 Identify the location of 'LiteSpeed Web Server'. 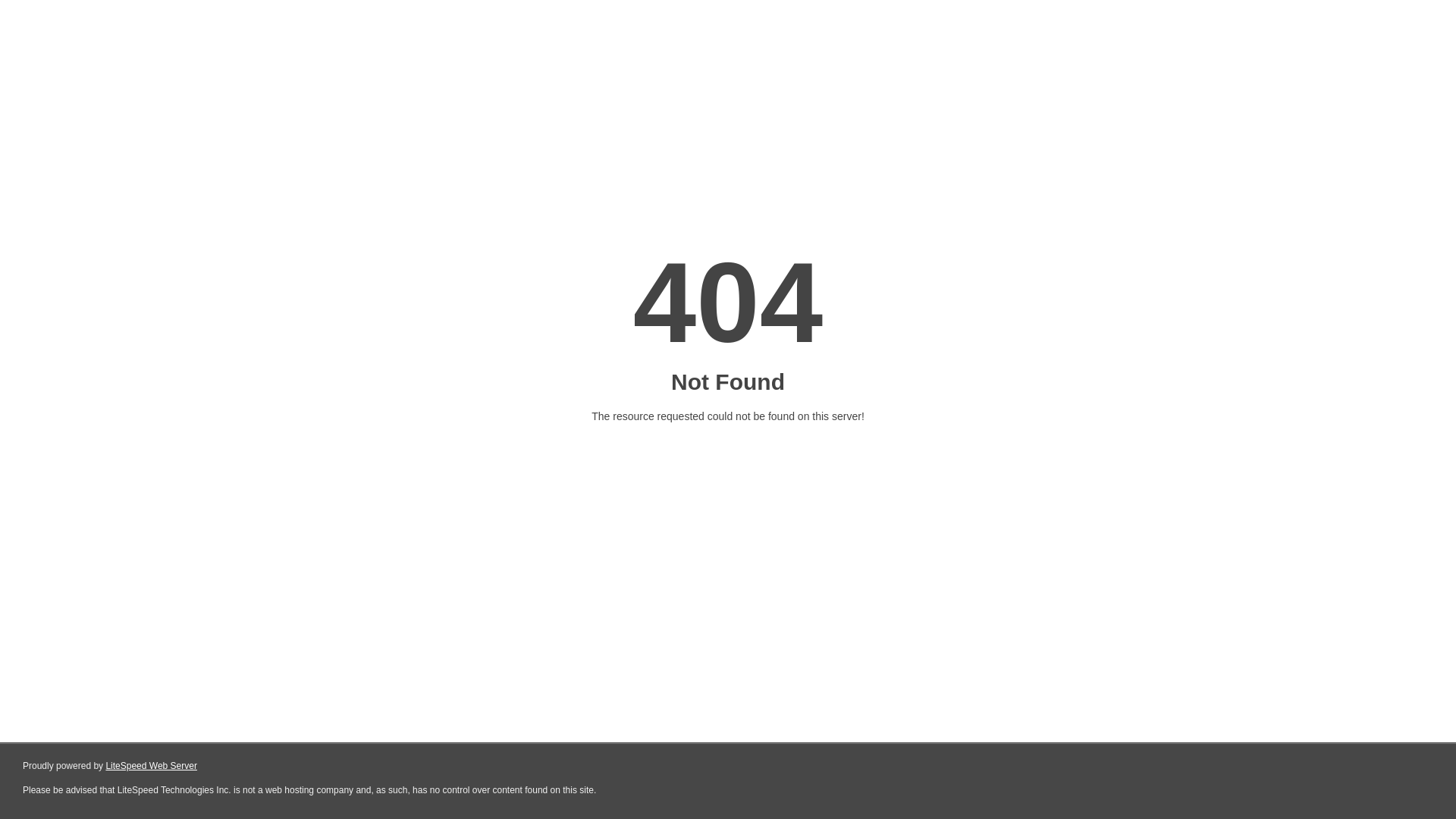
(151, 766).